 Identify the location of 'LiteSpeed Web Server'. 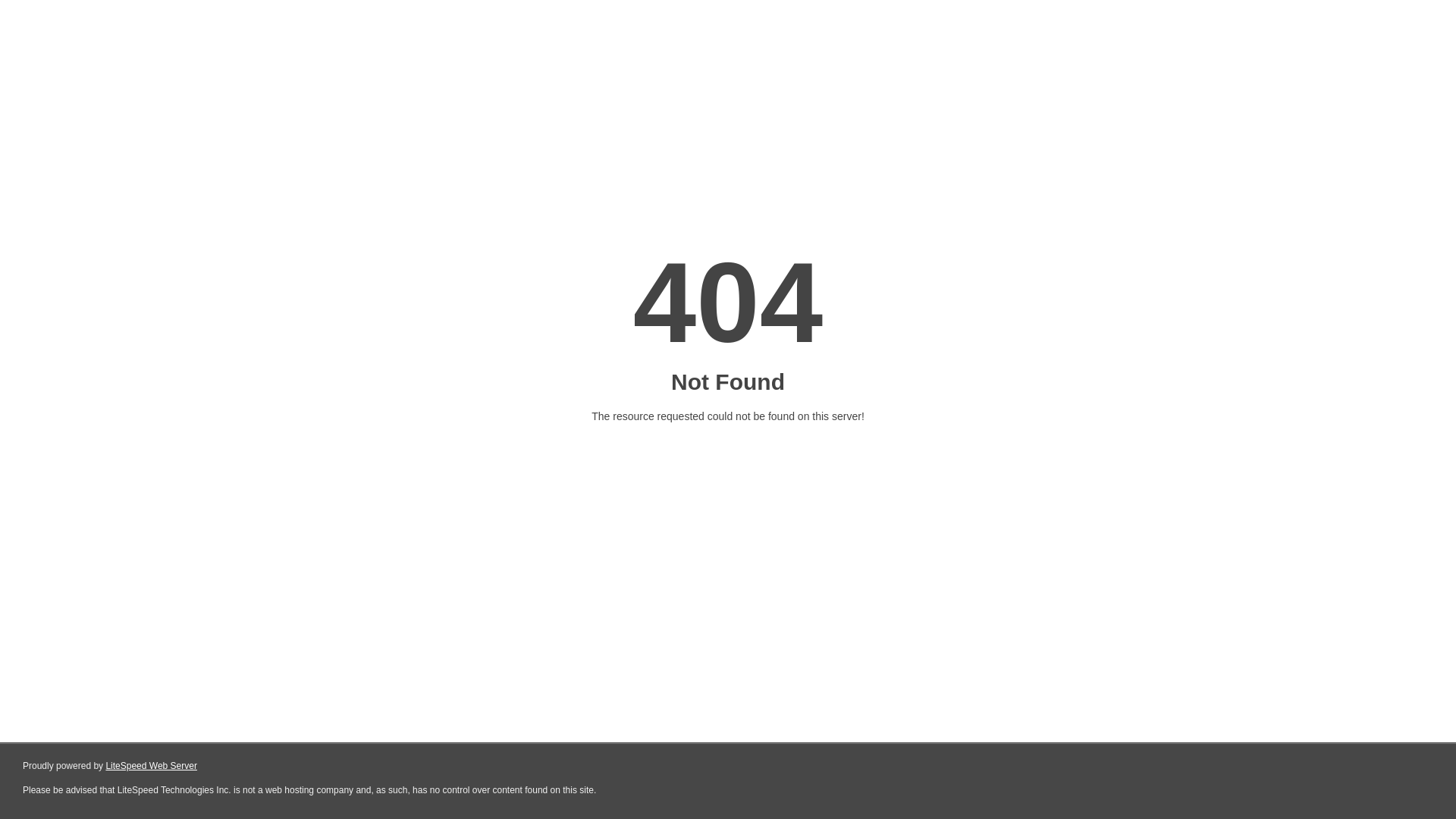
(151, 766).